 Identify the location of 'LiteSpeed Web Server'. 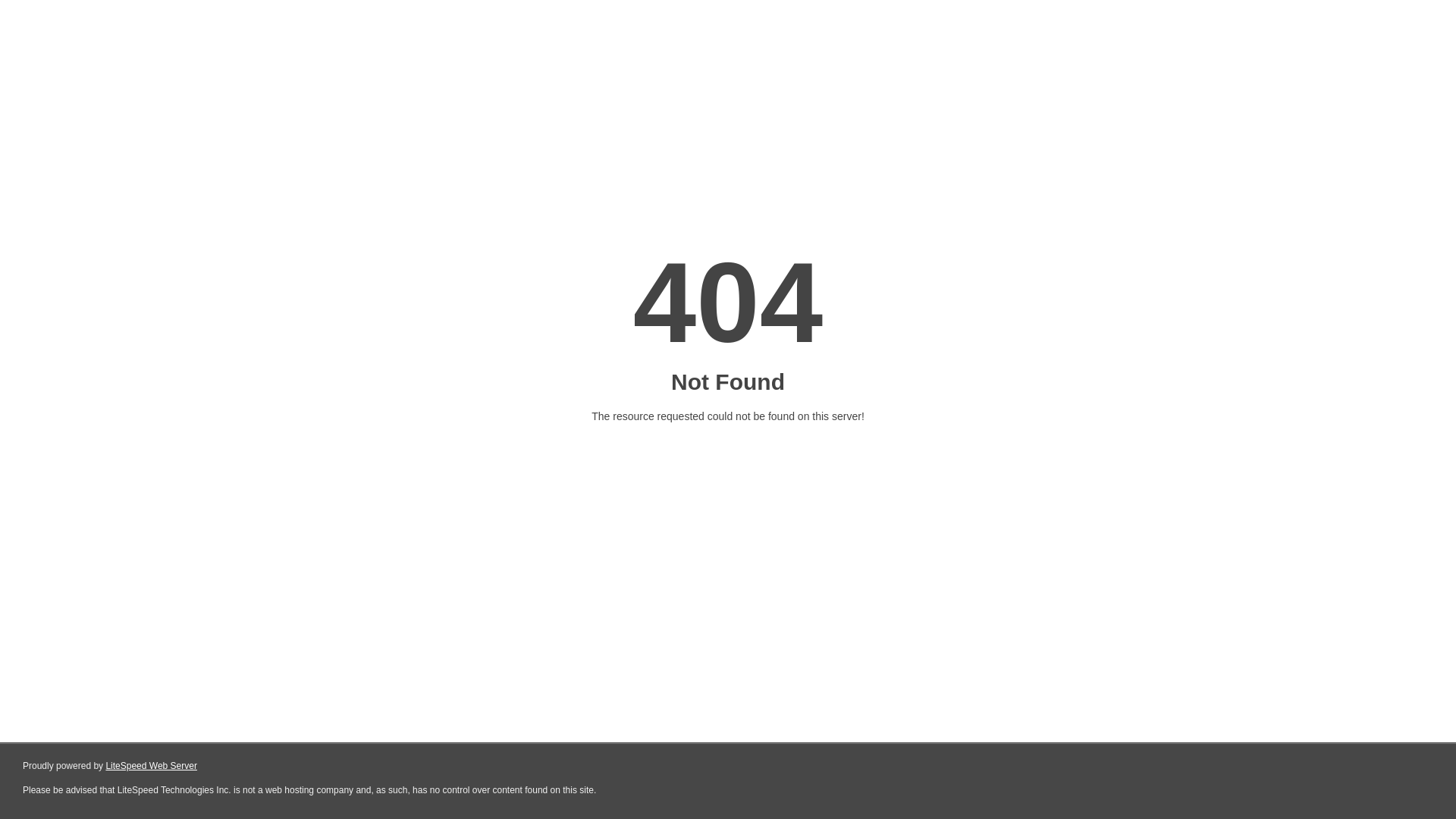
(151, 766).